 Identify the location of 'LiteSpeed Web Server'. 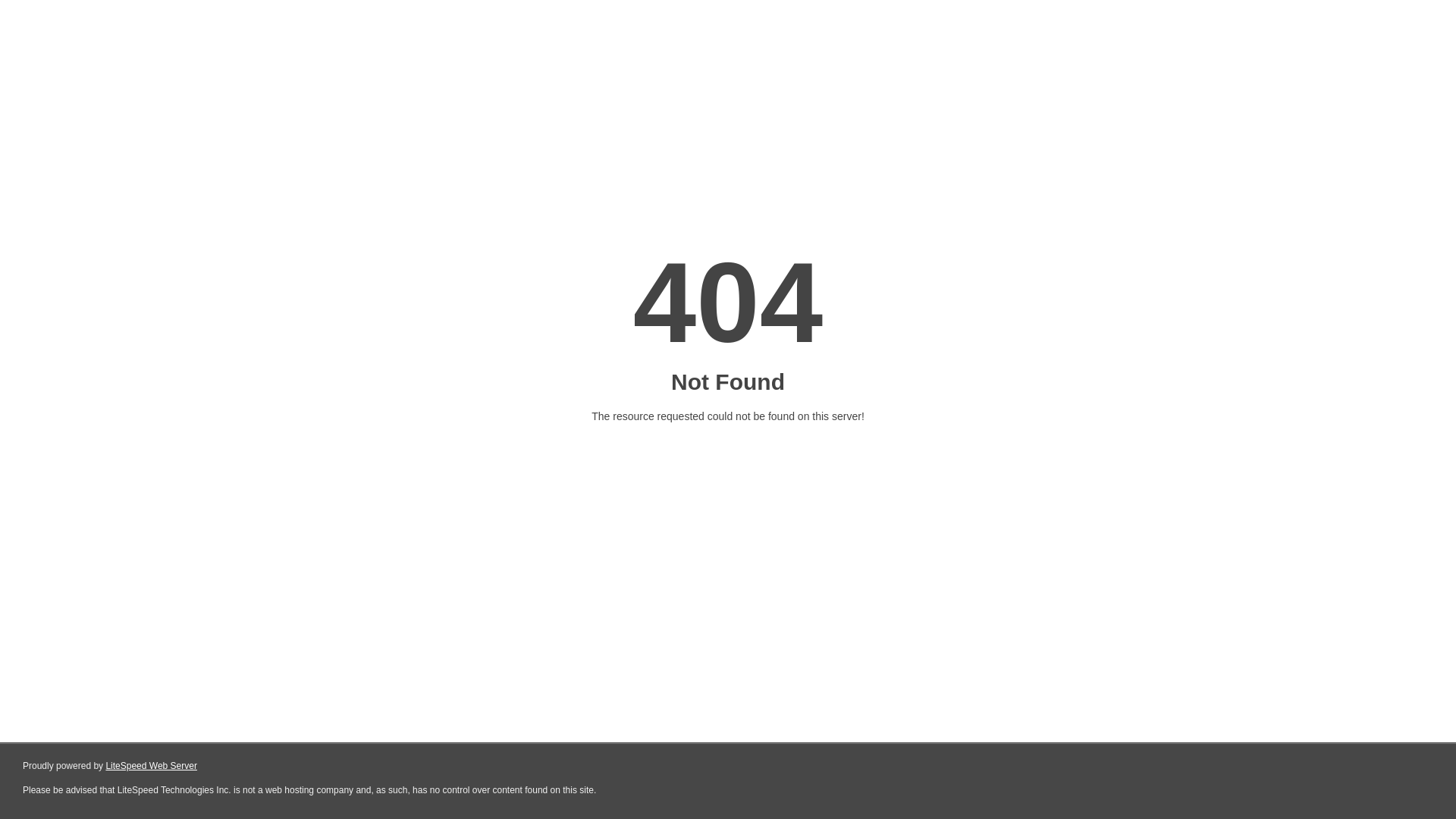
(151, 766).